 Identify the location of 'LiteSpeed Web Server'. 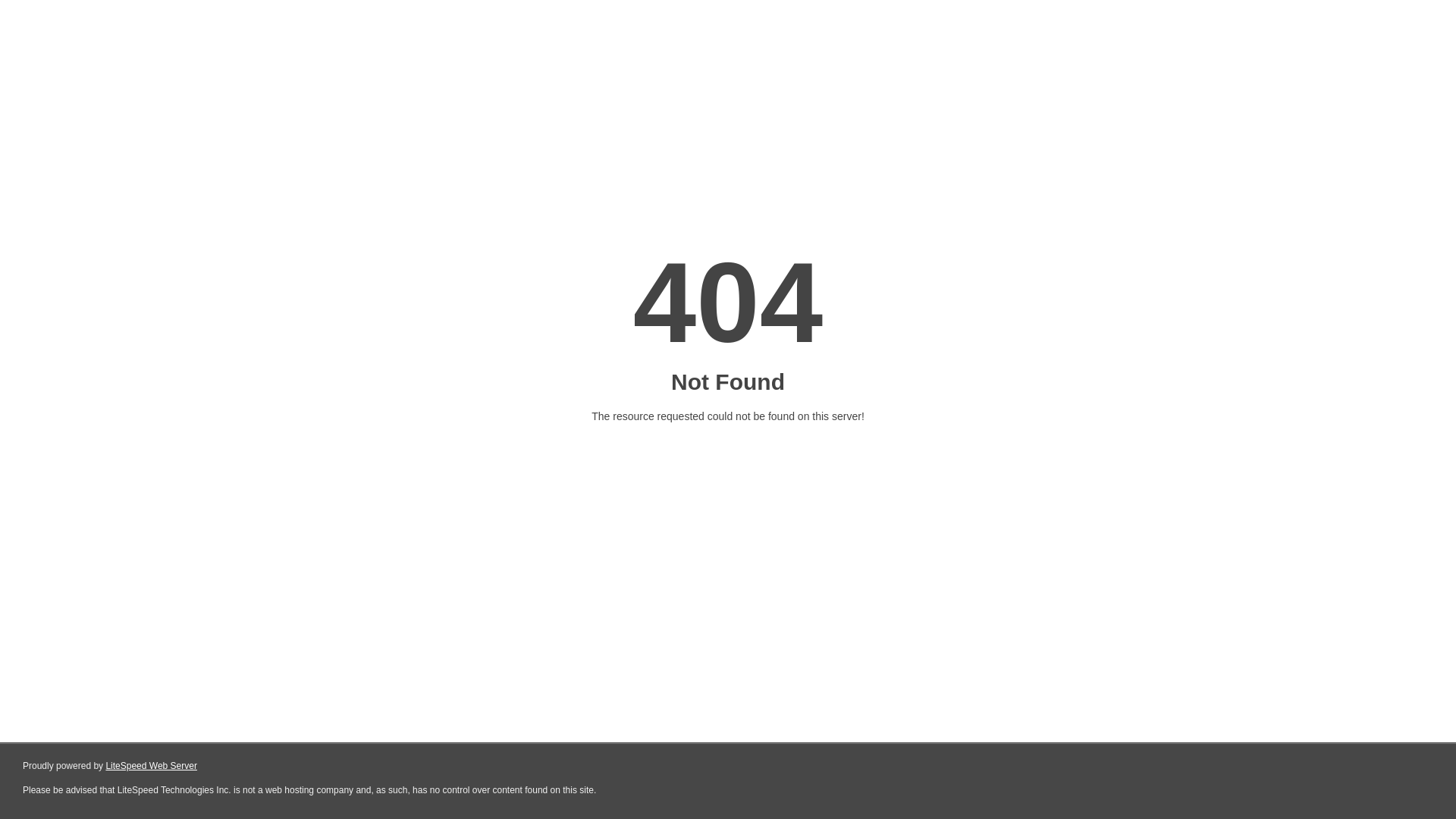
(151, 766).